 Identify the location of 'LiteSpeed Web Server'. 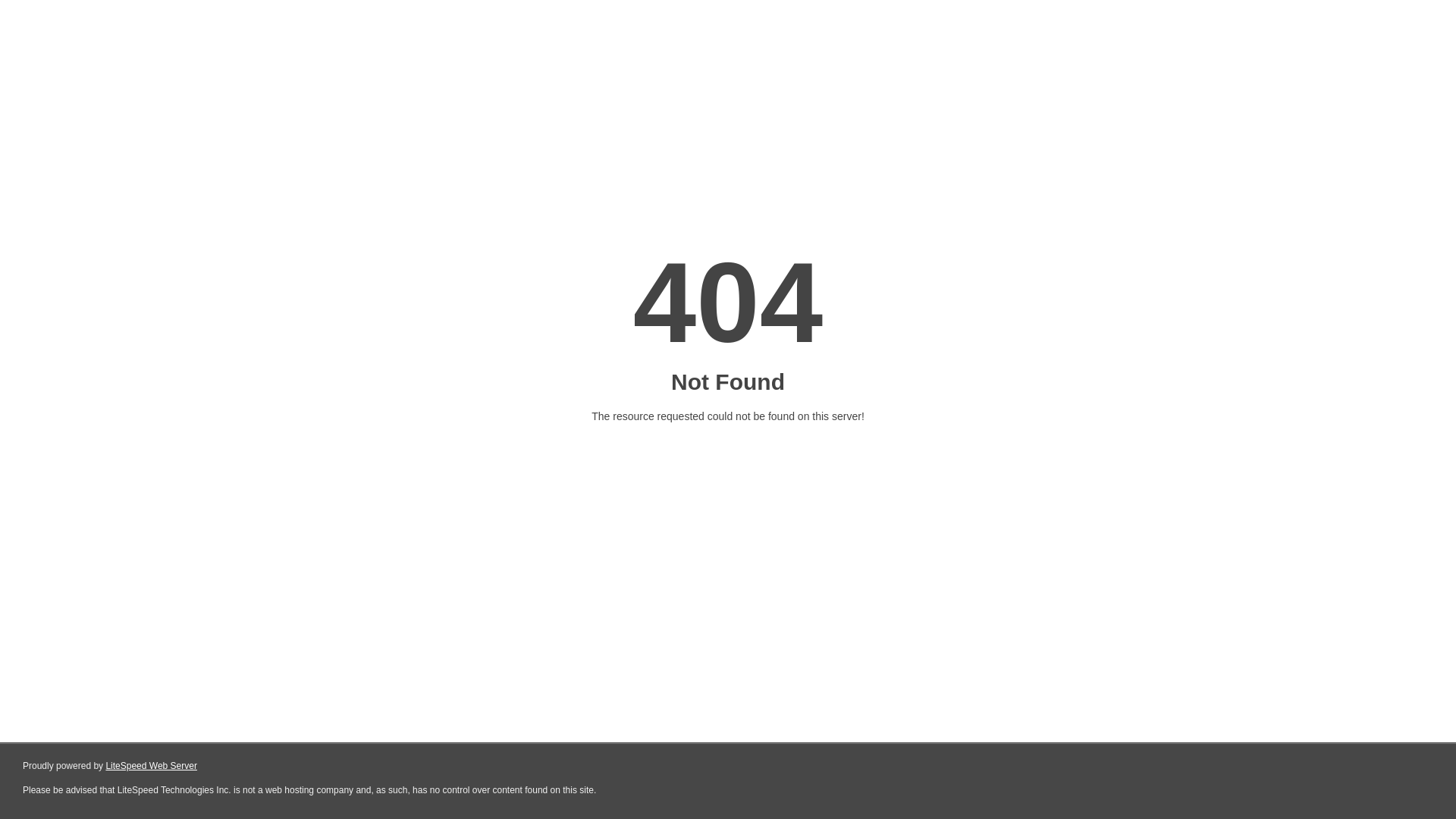
(151, 766).